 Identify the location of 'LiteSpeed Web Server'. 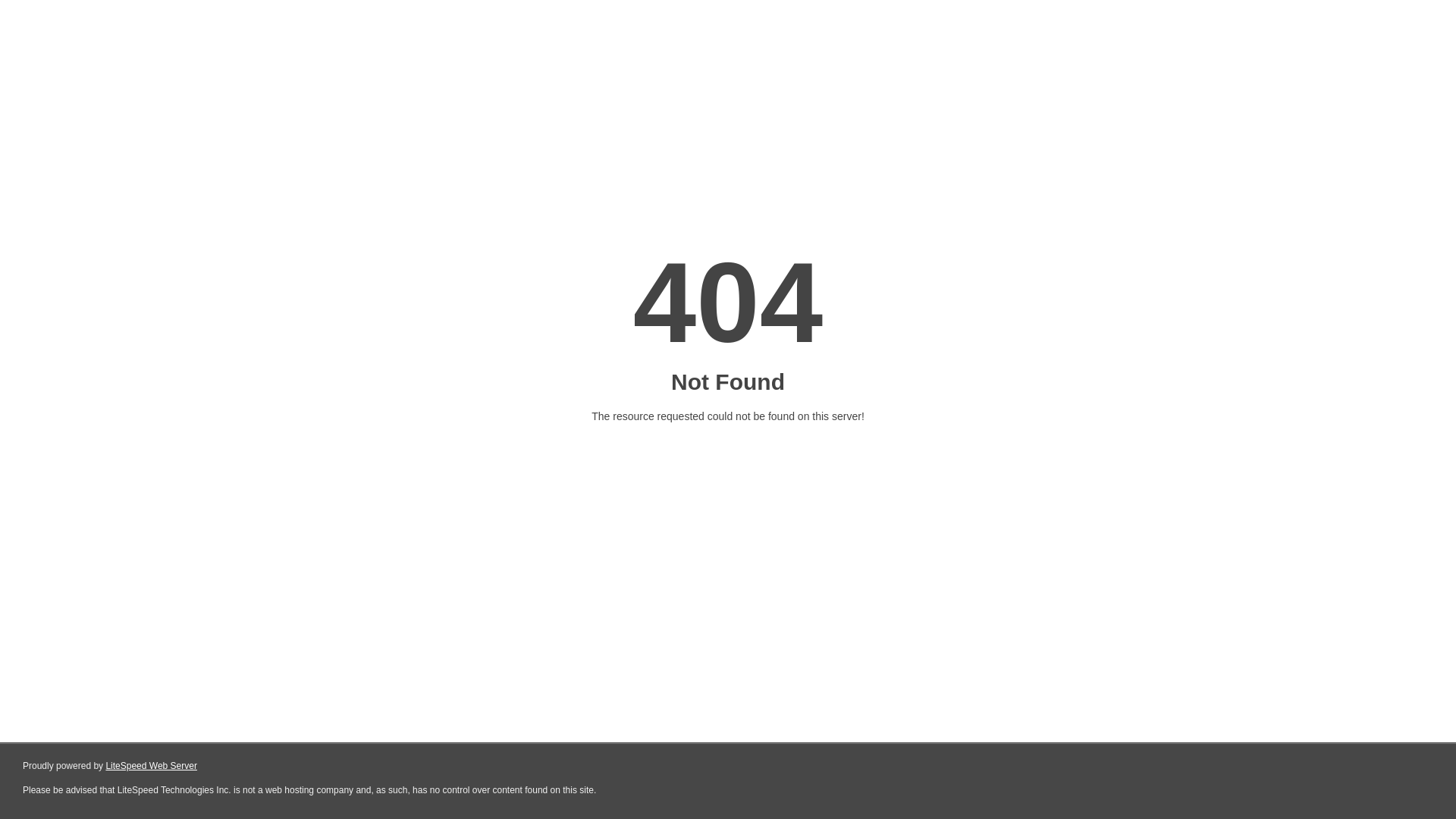
(151, 766).